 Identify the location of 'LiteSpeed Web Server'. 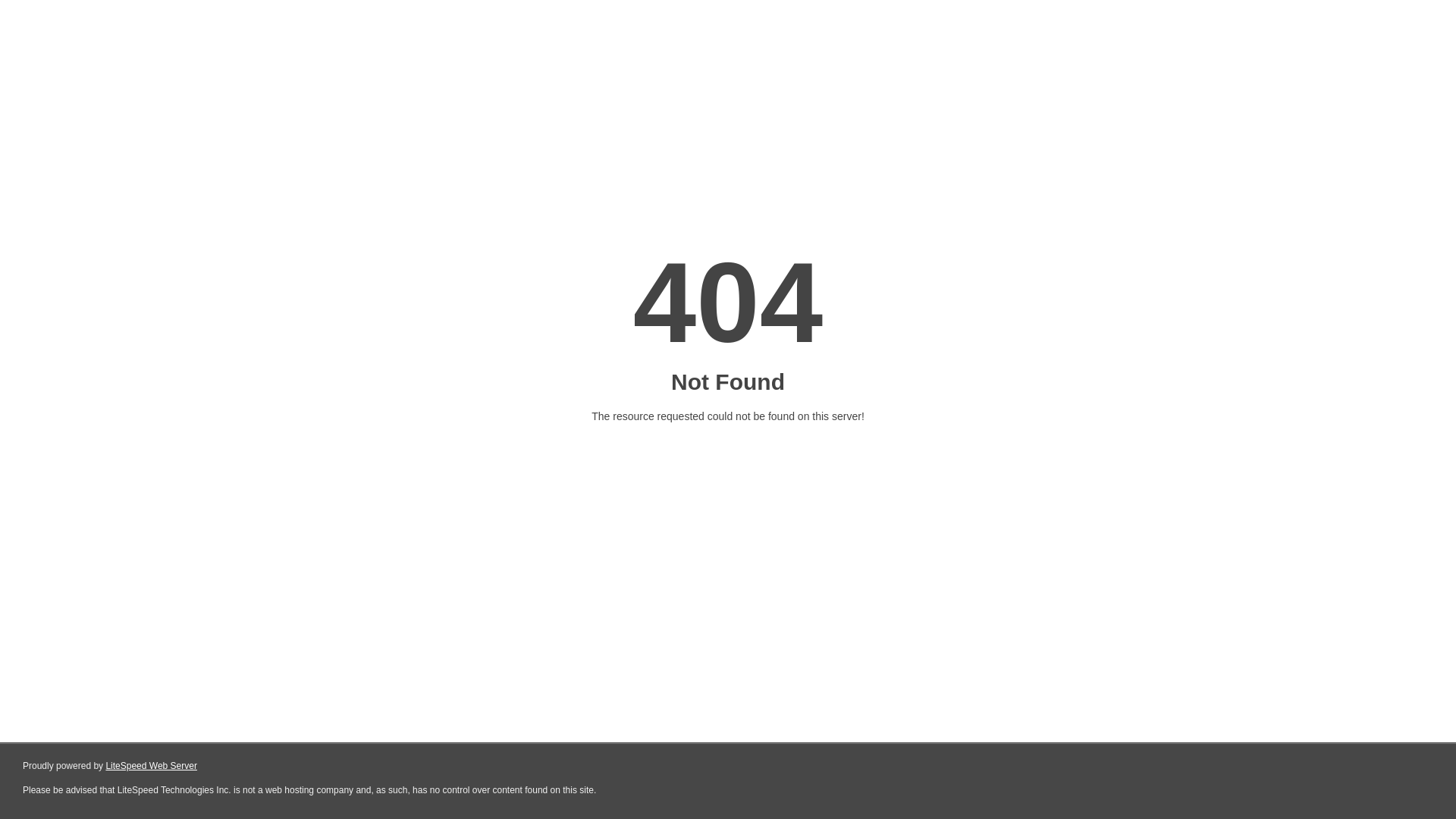
(151, 766).